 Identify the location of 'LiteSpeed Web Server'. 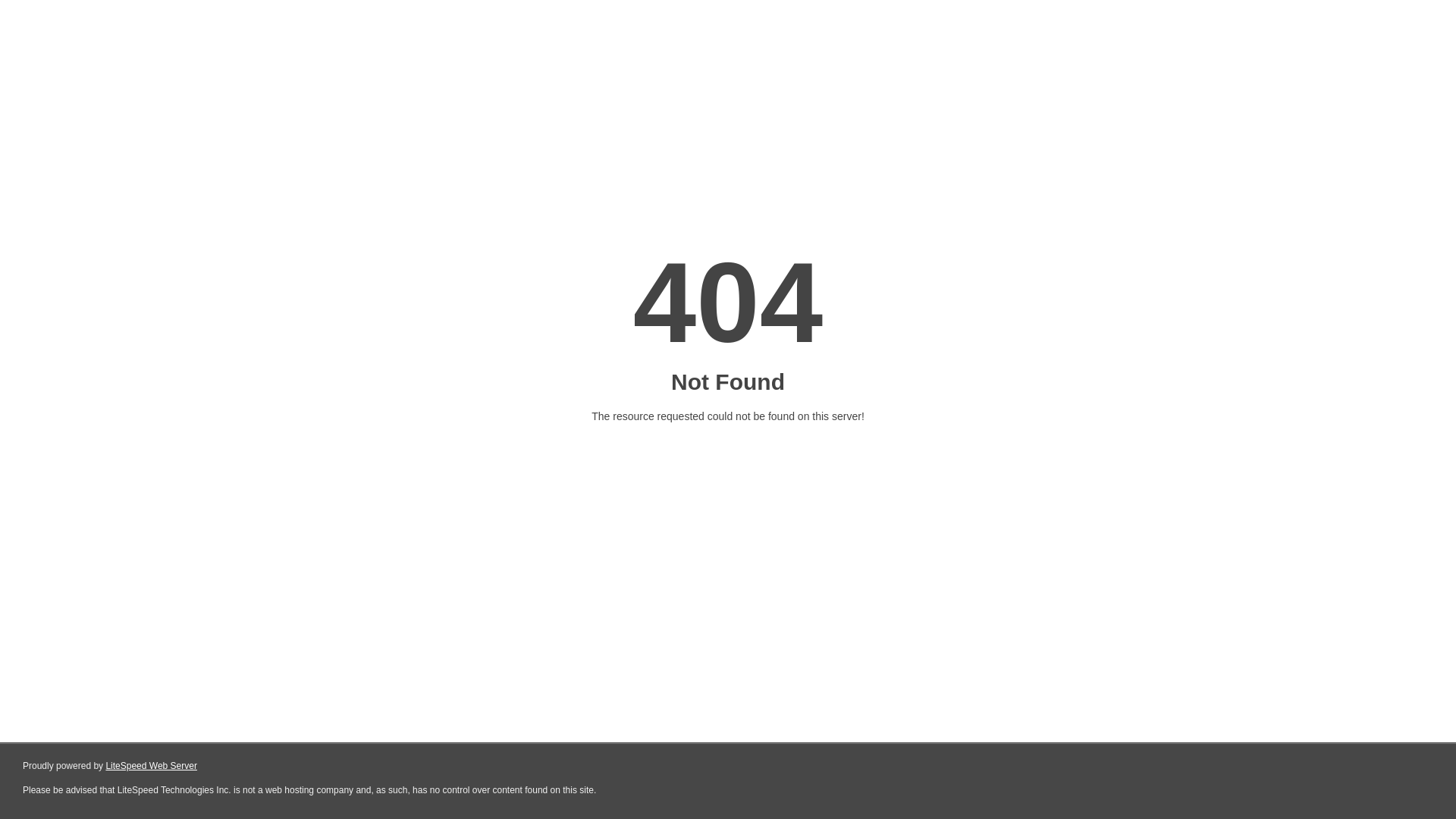
(151, 766).